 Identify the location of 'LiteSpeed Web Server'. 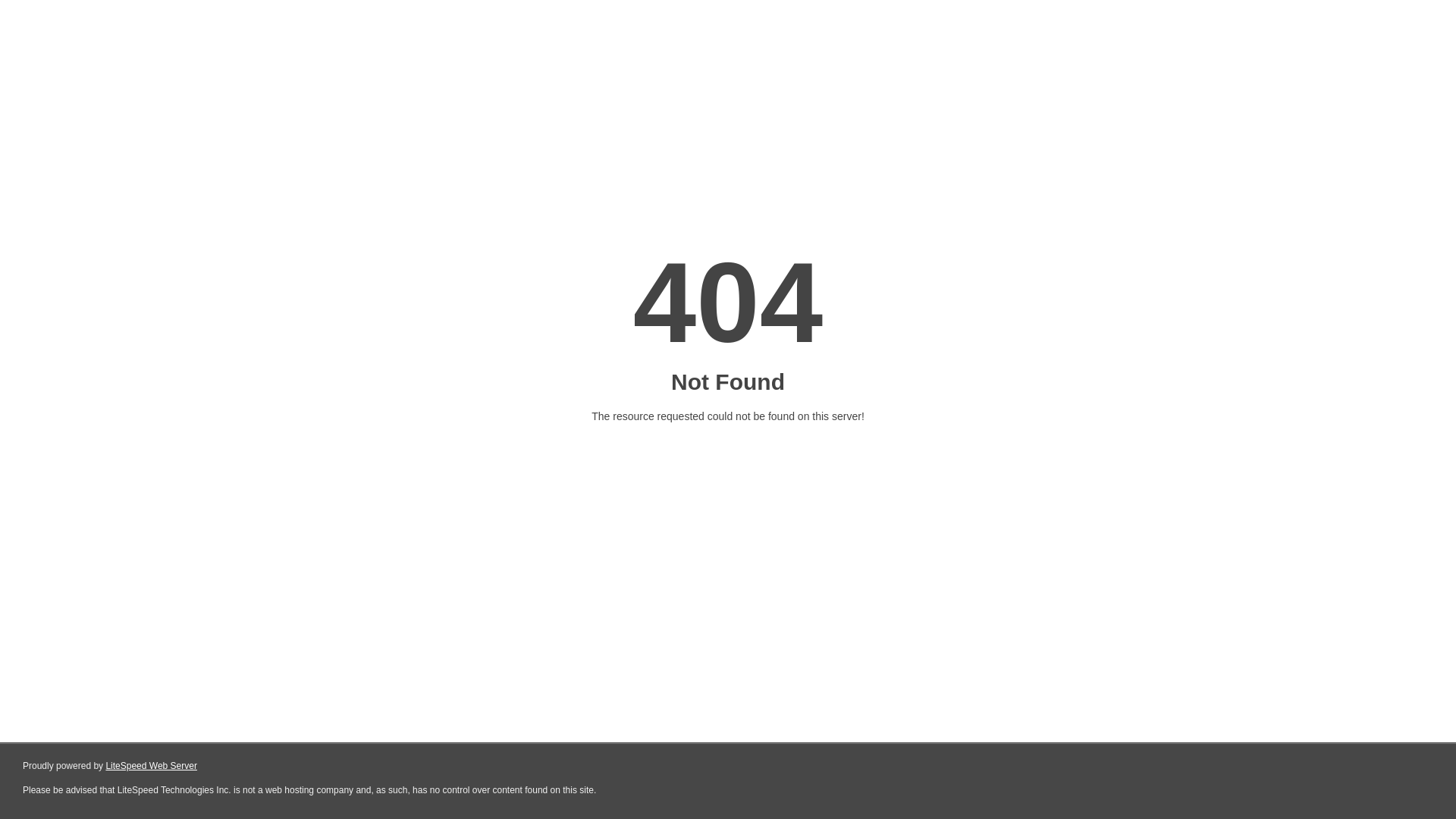
(151, 766).